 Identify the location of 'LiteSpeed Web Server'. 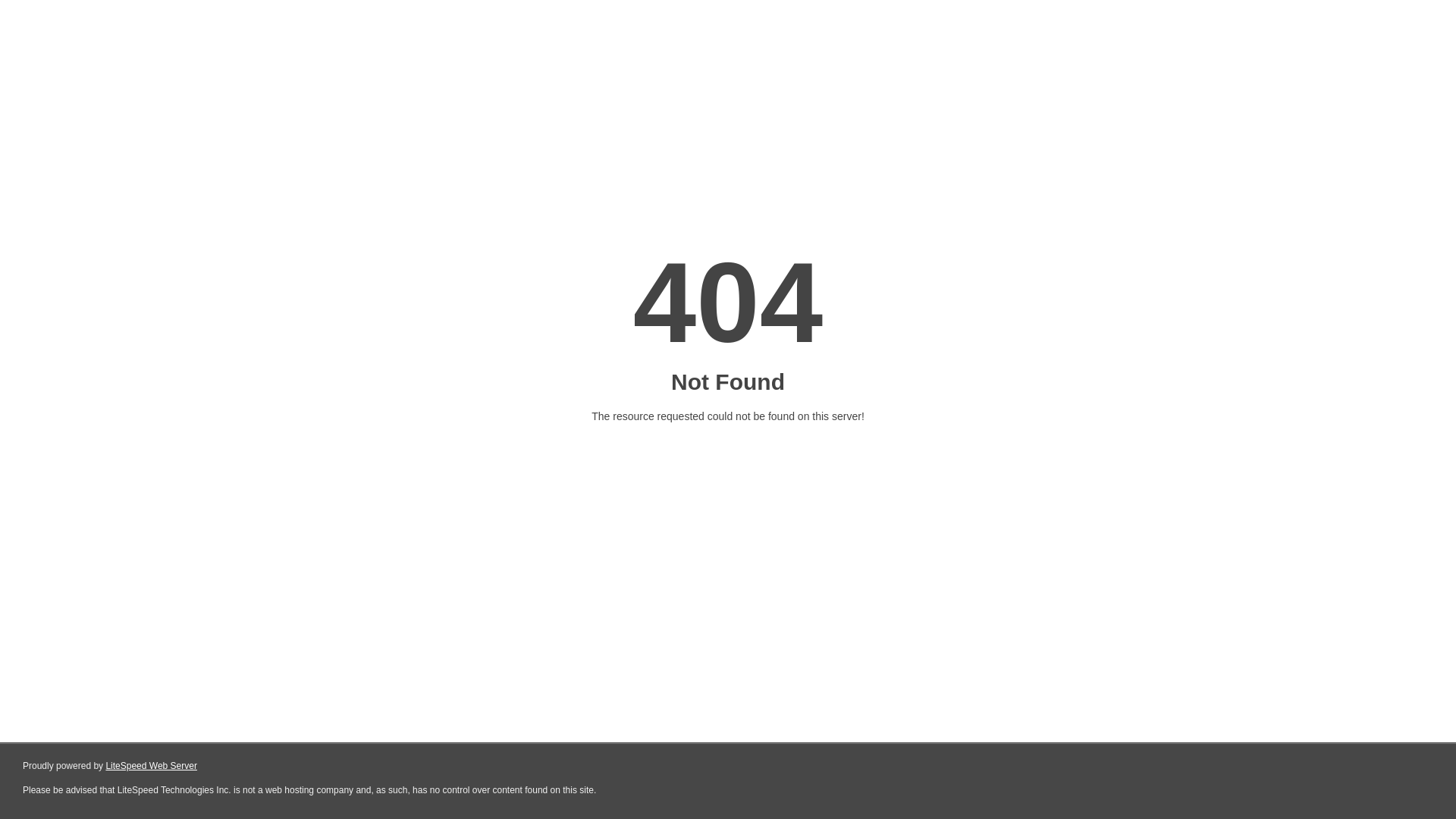
(151, 766).